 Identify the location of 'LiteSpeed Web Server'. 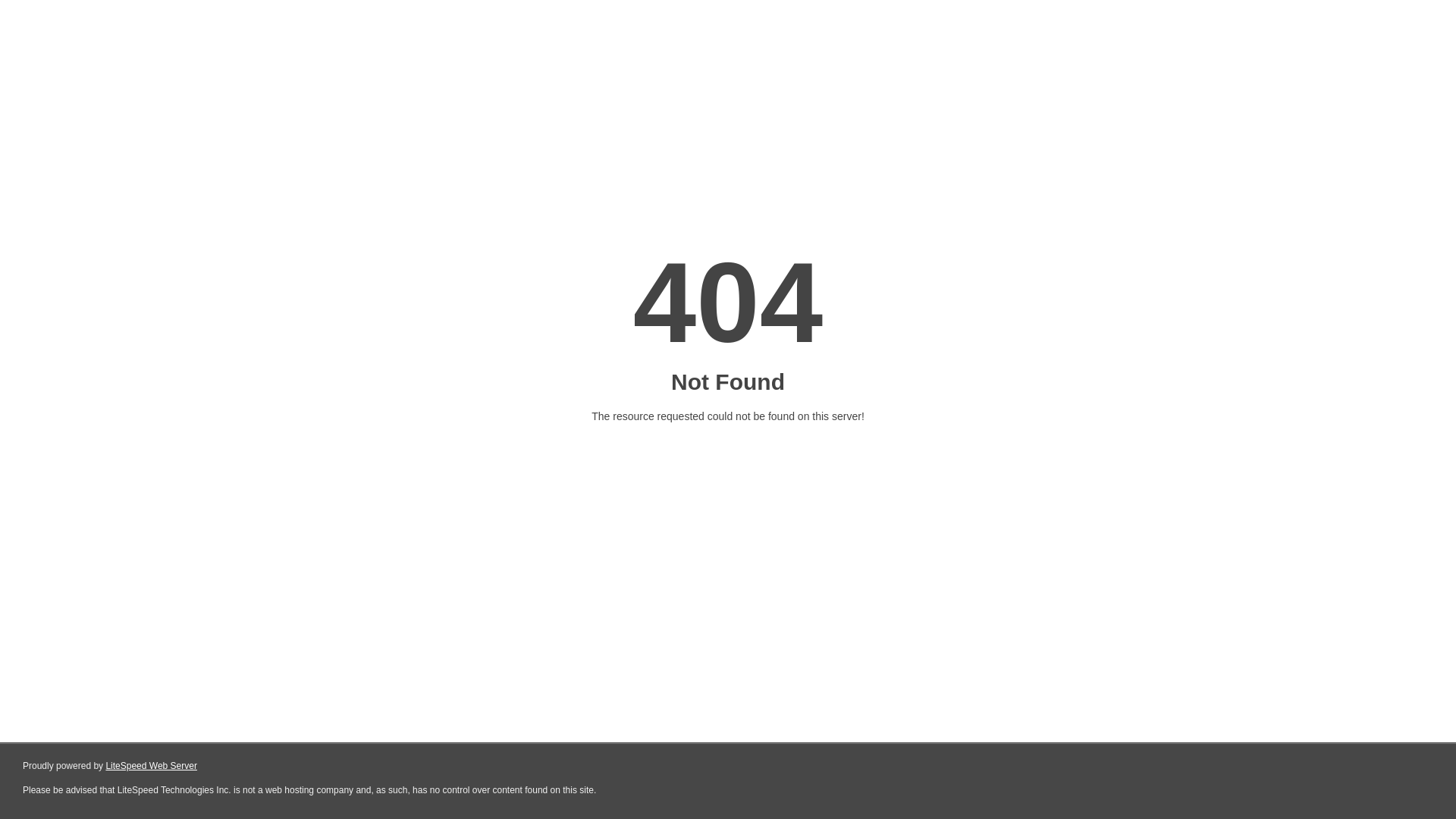
(151, 766).